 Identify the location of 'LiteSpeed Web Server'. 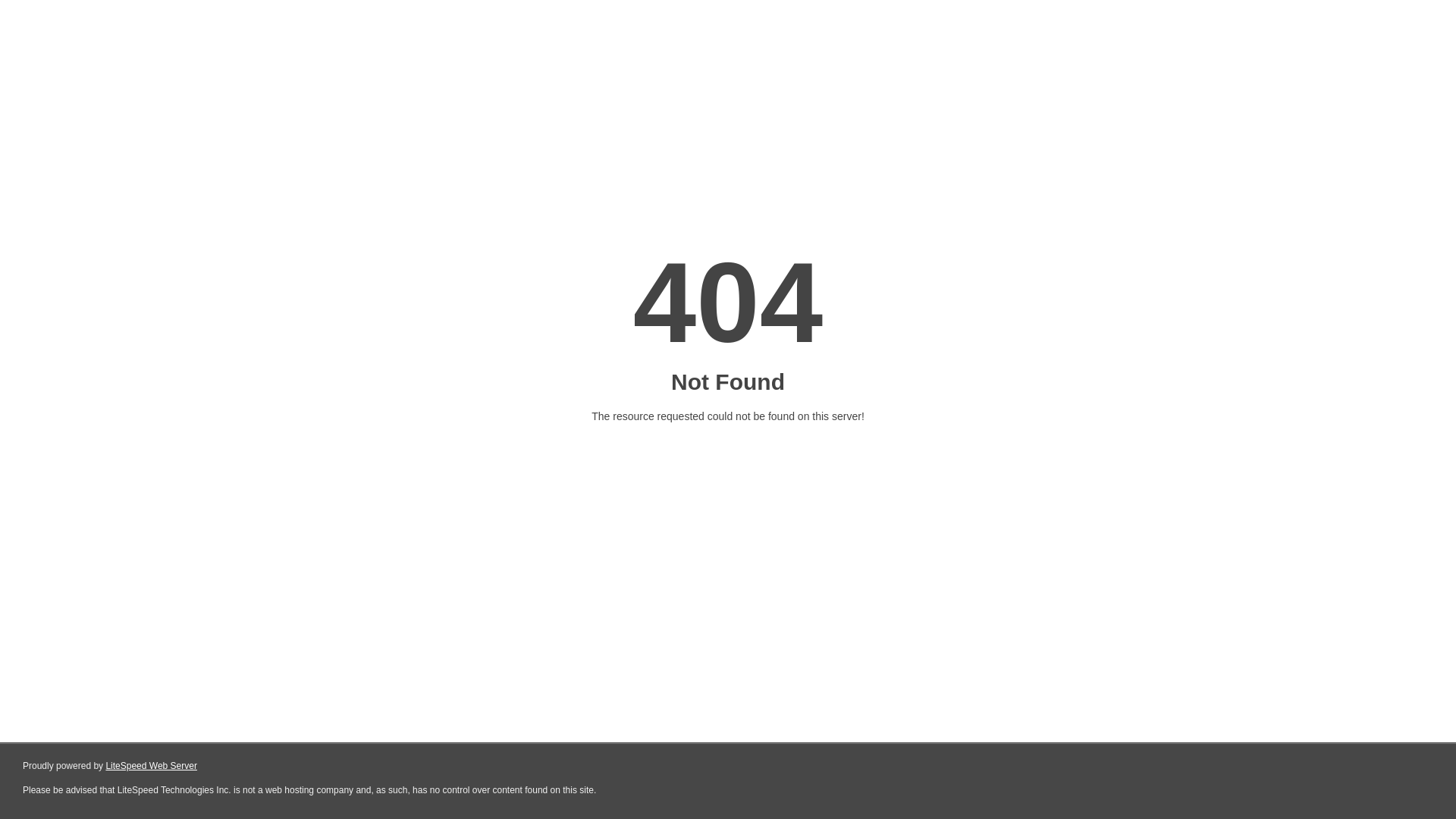
(151, 766).